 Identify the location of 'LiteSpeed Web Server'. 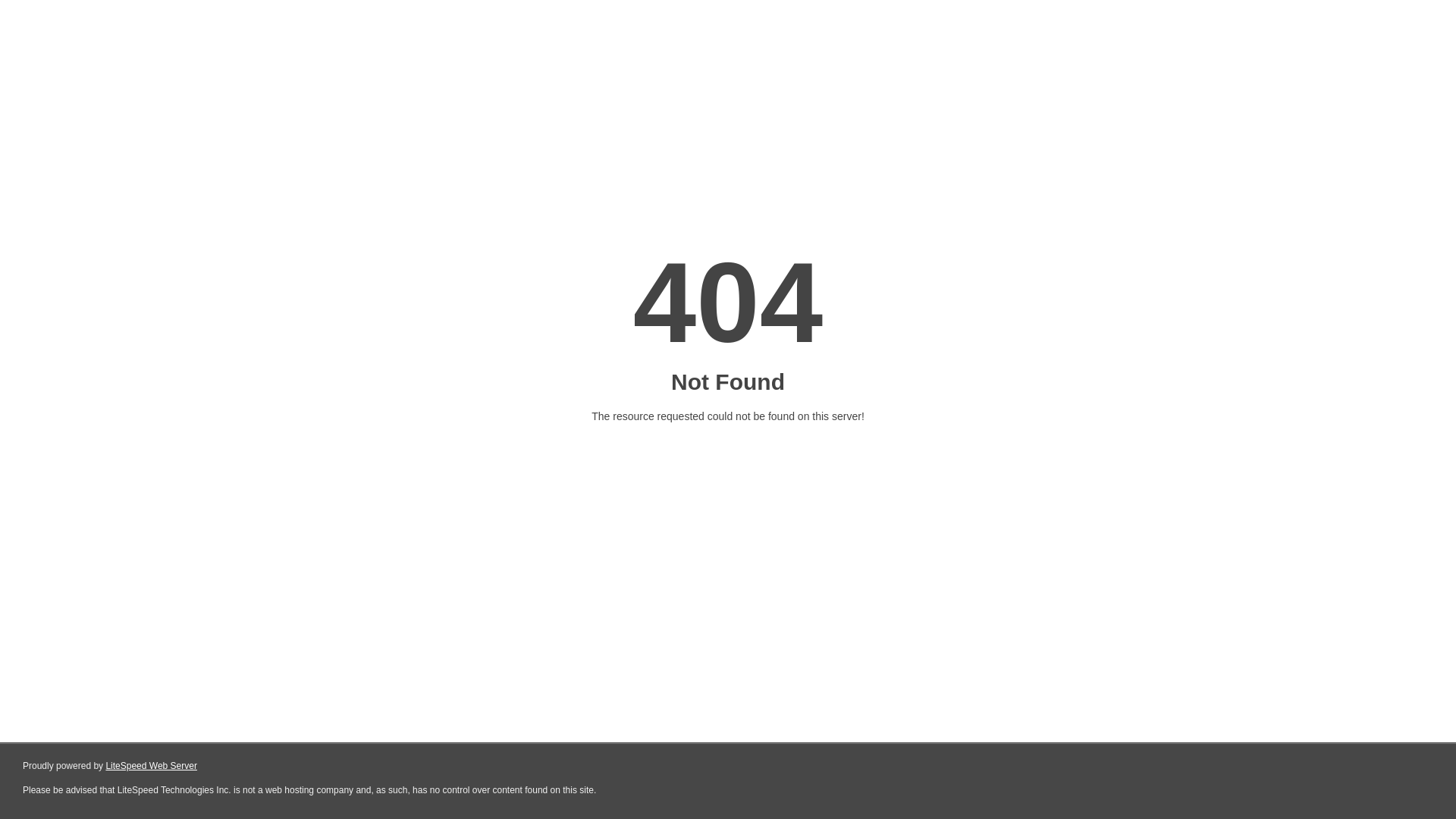
(151, 766).